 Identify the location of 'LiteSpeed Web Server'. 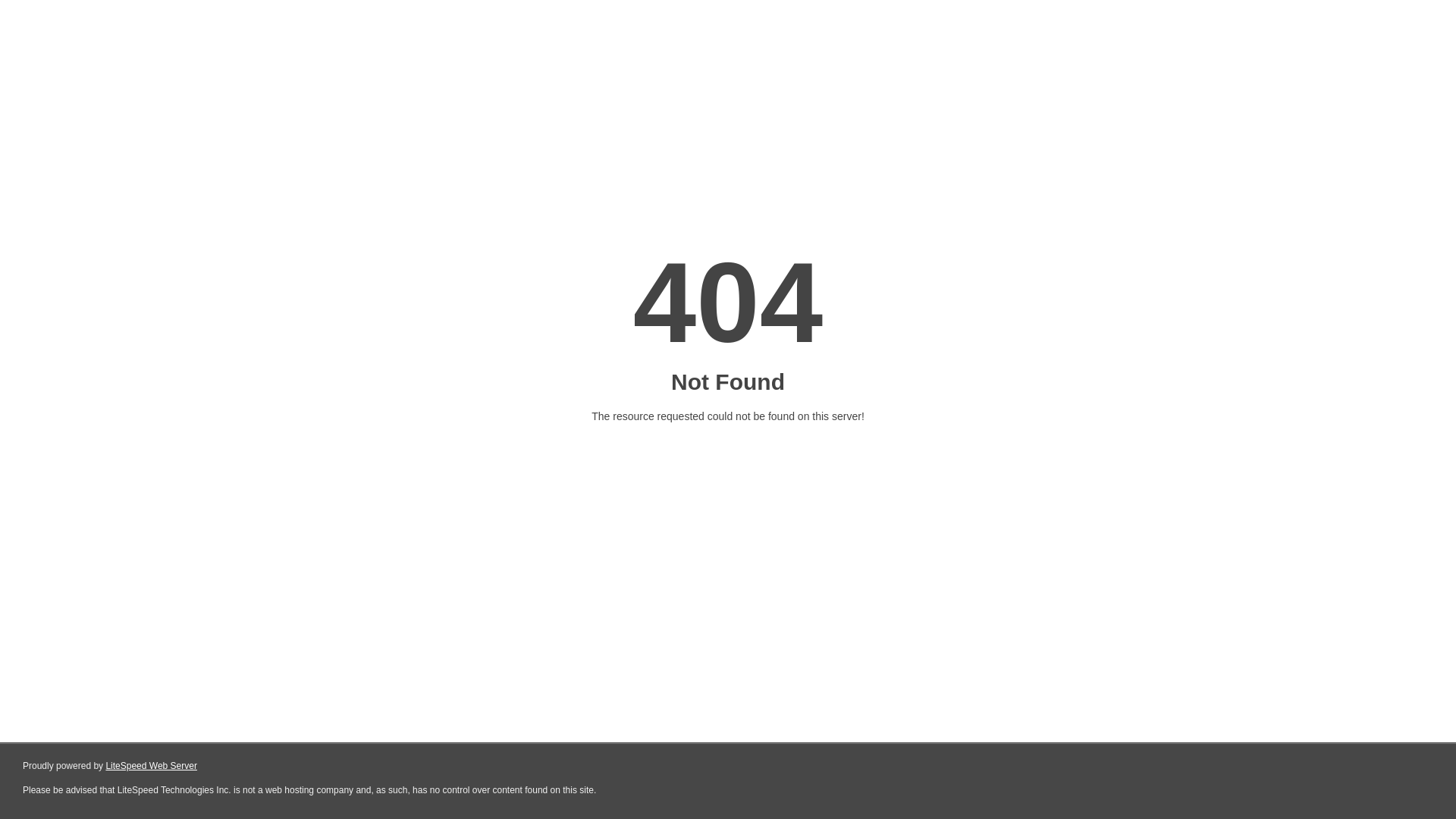
(151, 766).